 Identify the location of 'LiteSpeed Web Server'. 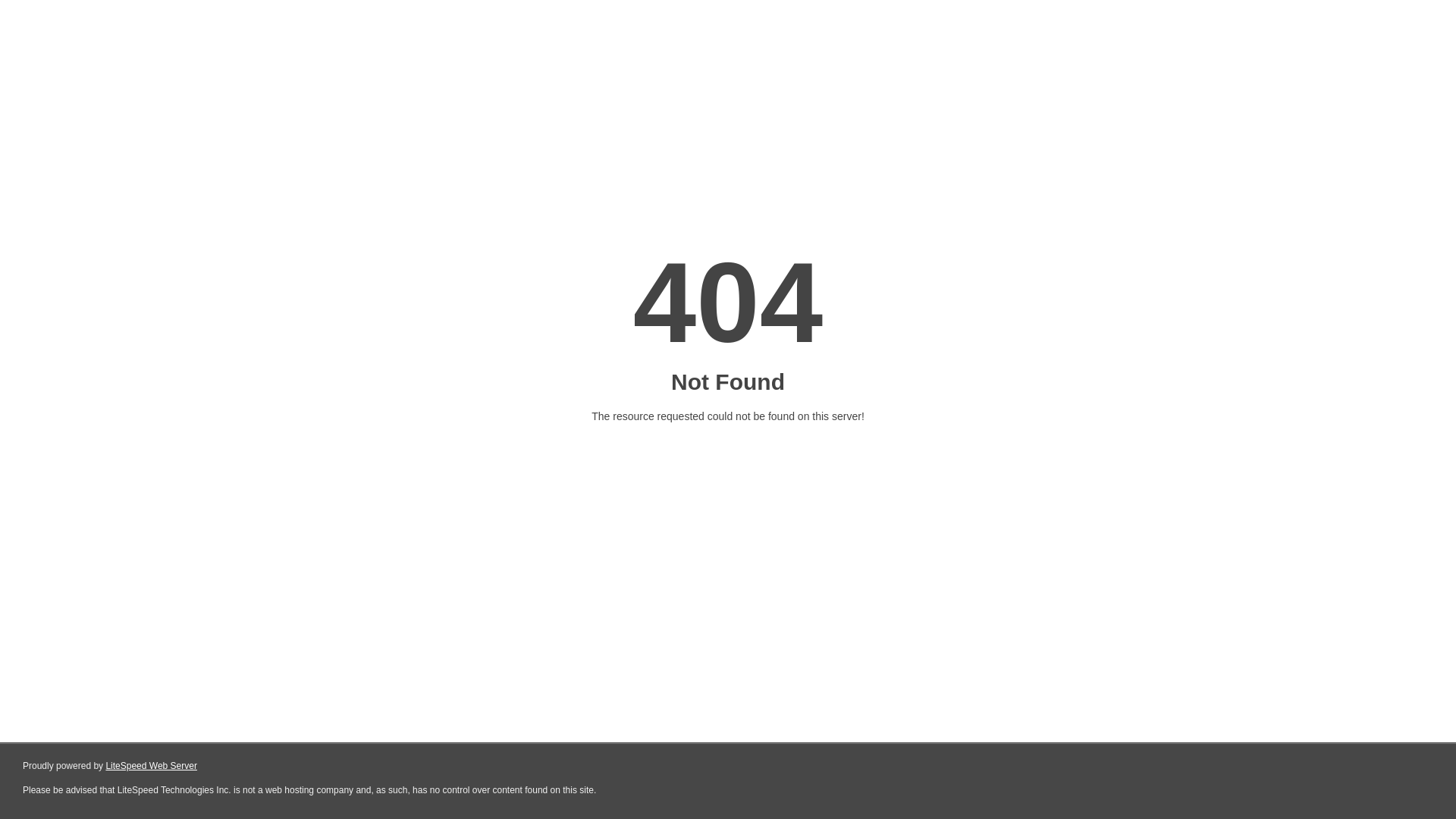
(151, 766).